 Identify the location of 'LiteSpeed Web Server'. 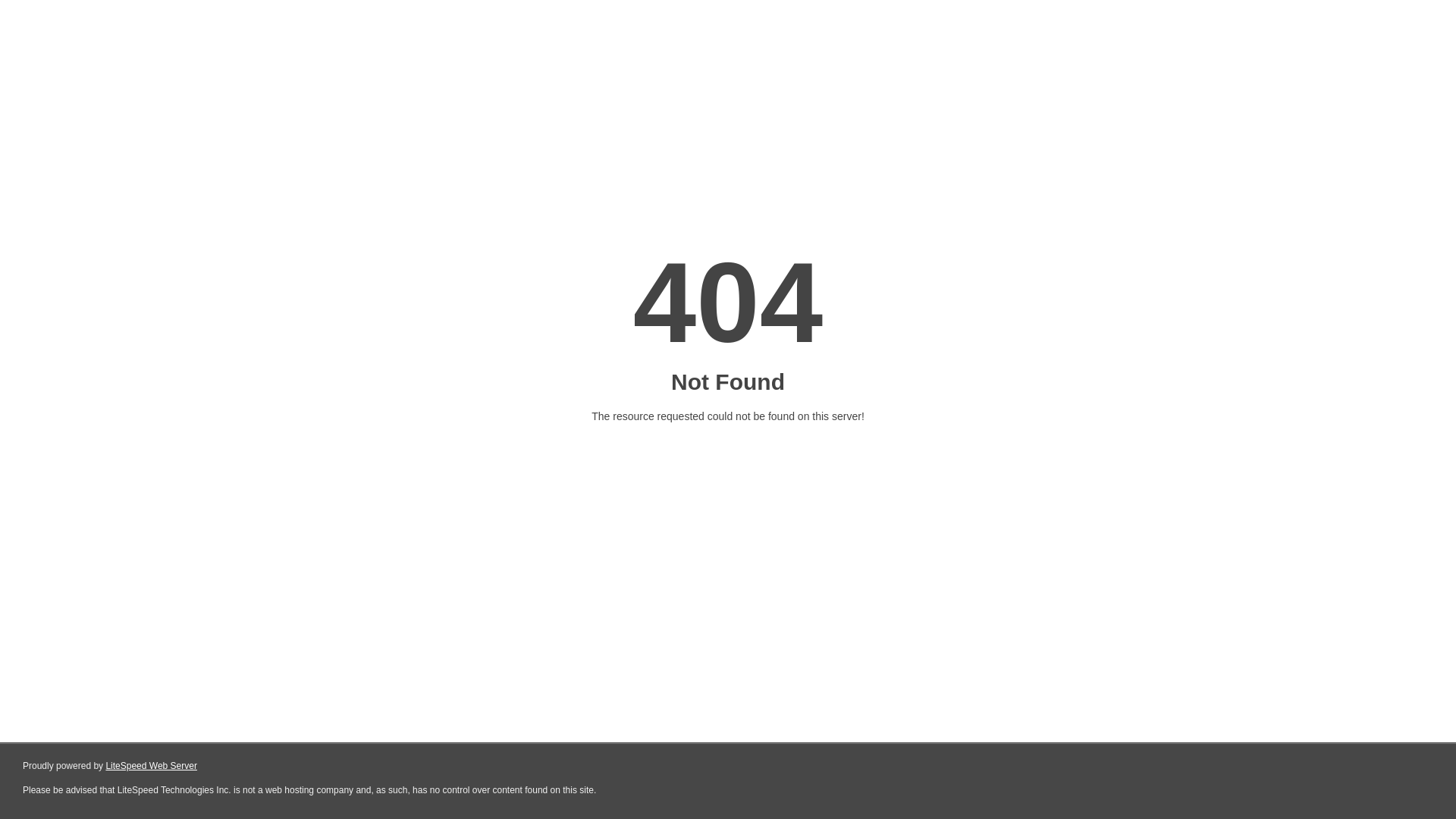
(151, 766).